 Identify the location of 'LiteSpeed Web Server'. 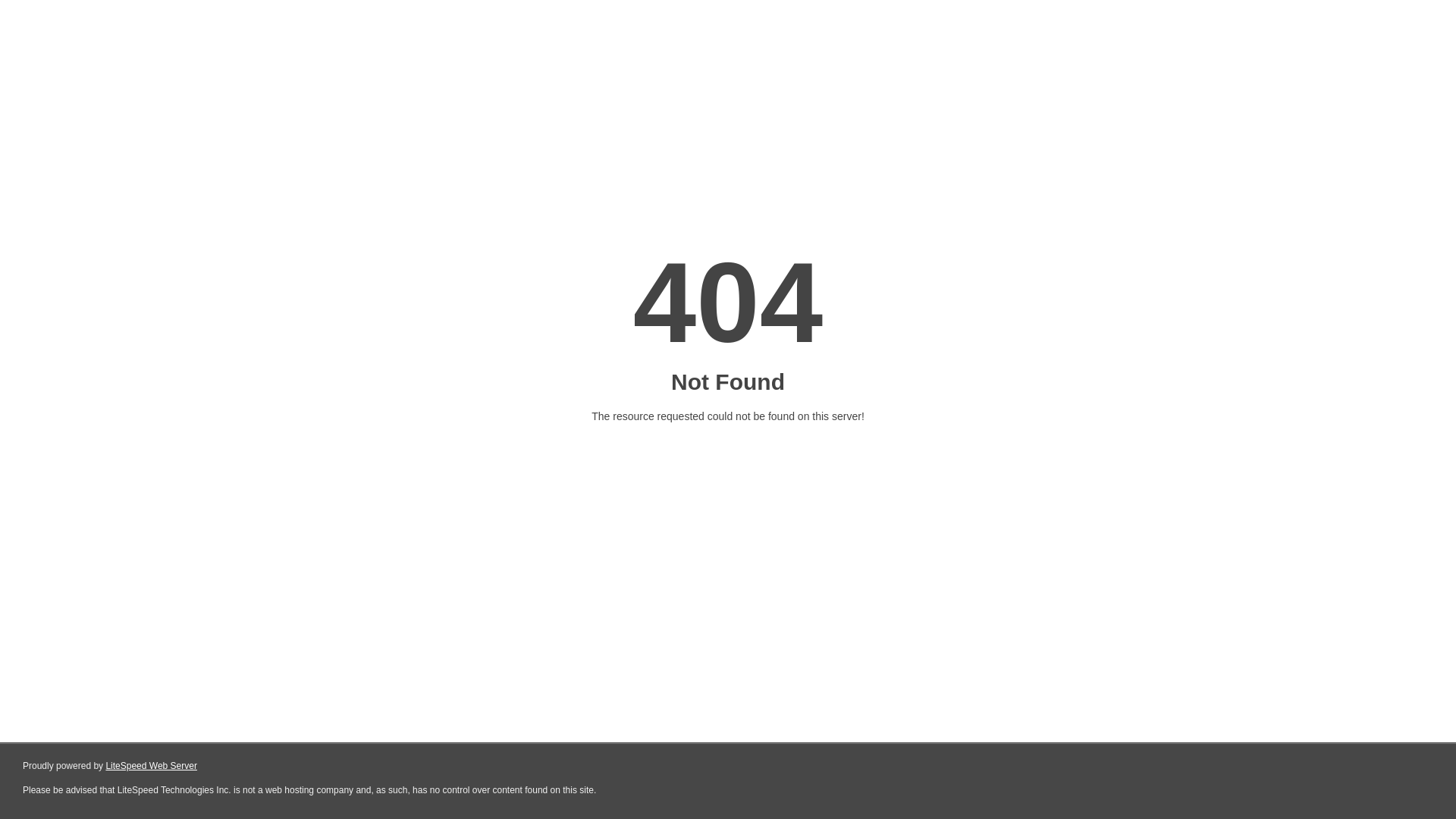
(151, 766).